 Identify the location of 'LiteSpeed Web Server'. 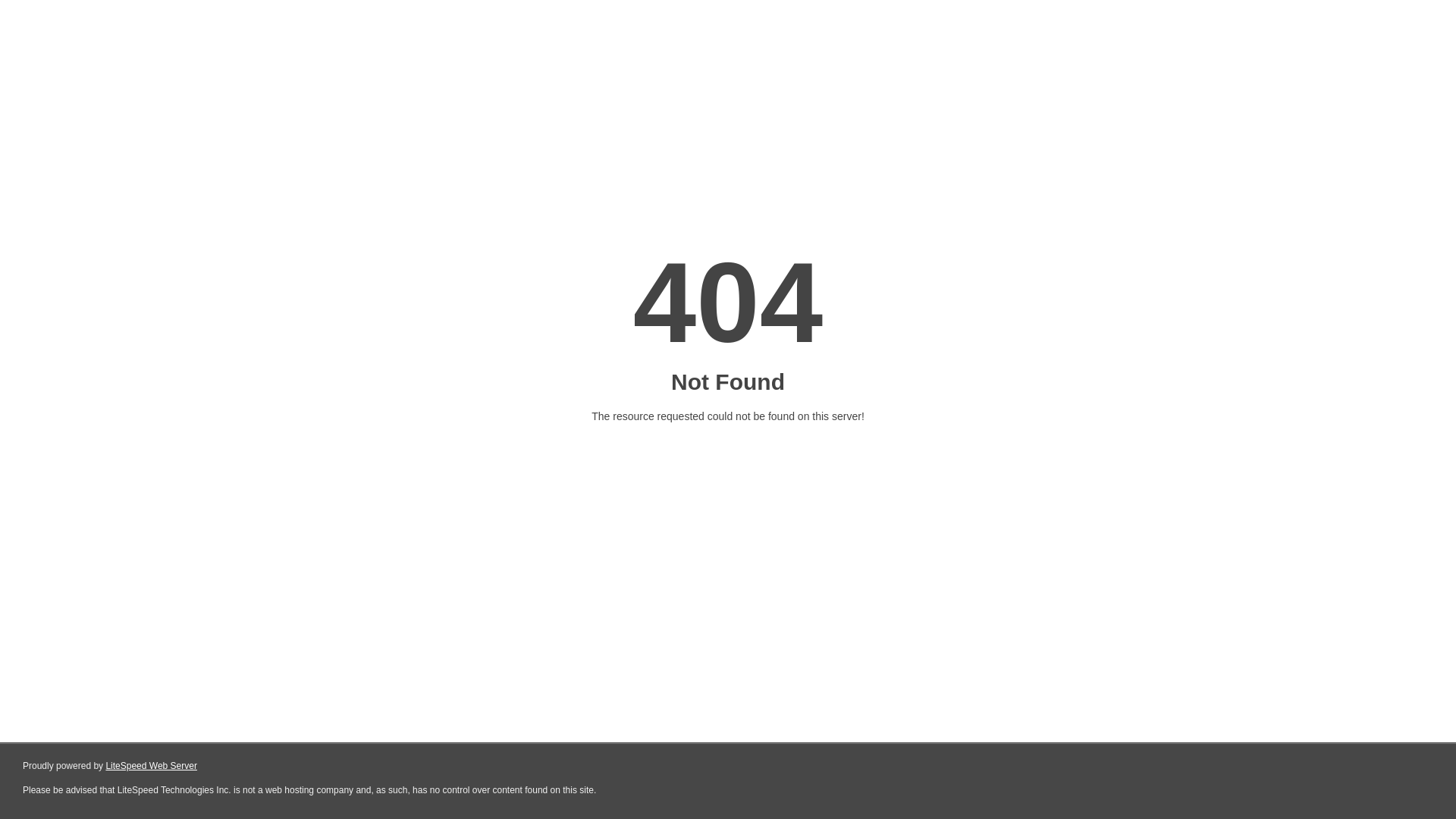
(151, 766).